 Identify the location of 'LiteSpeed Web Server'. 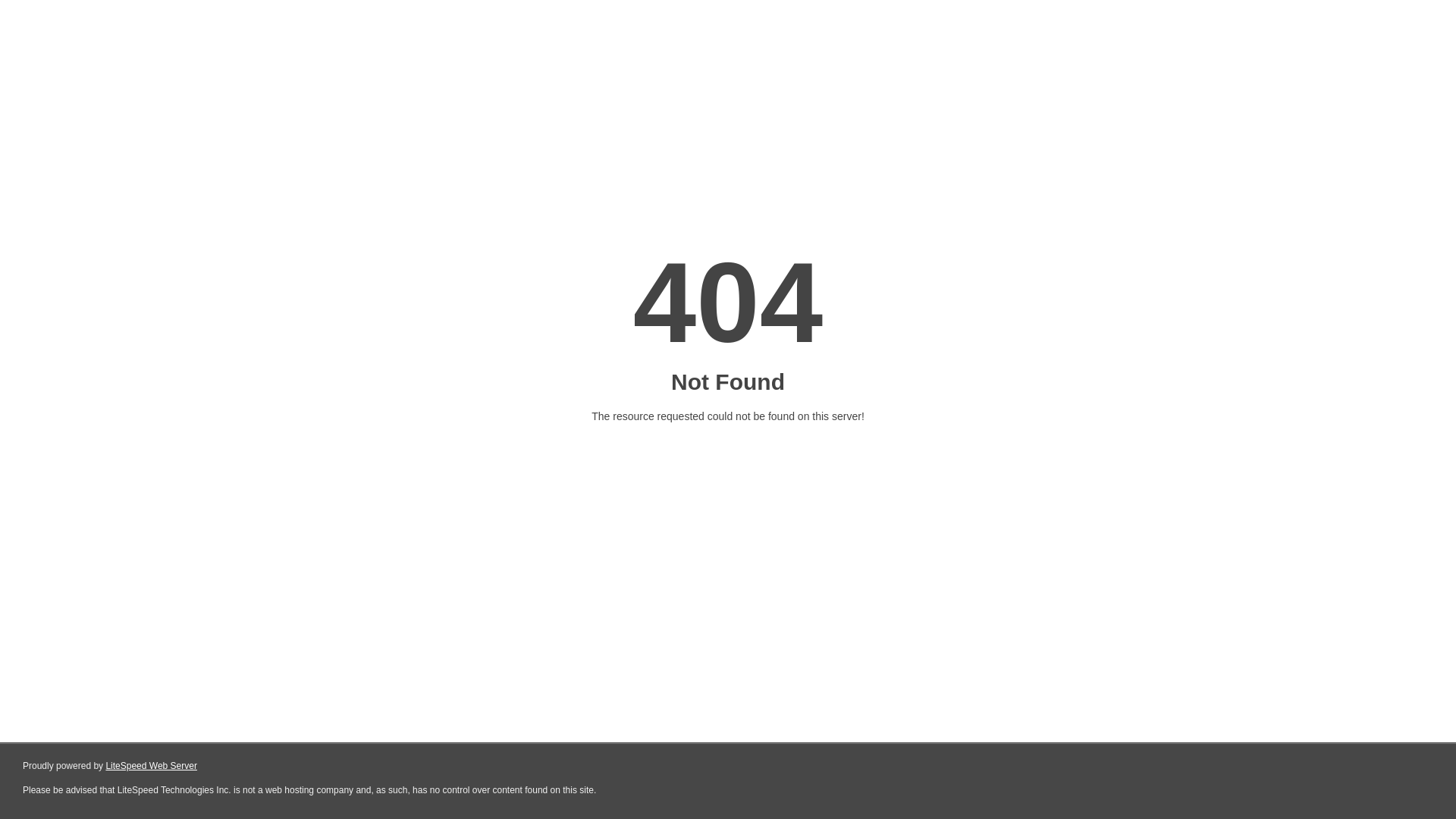
(151, 766).